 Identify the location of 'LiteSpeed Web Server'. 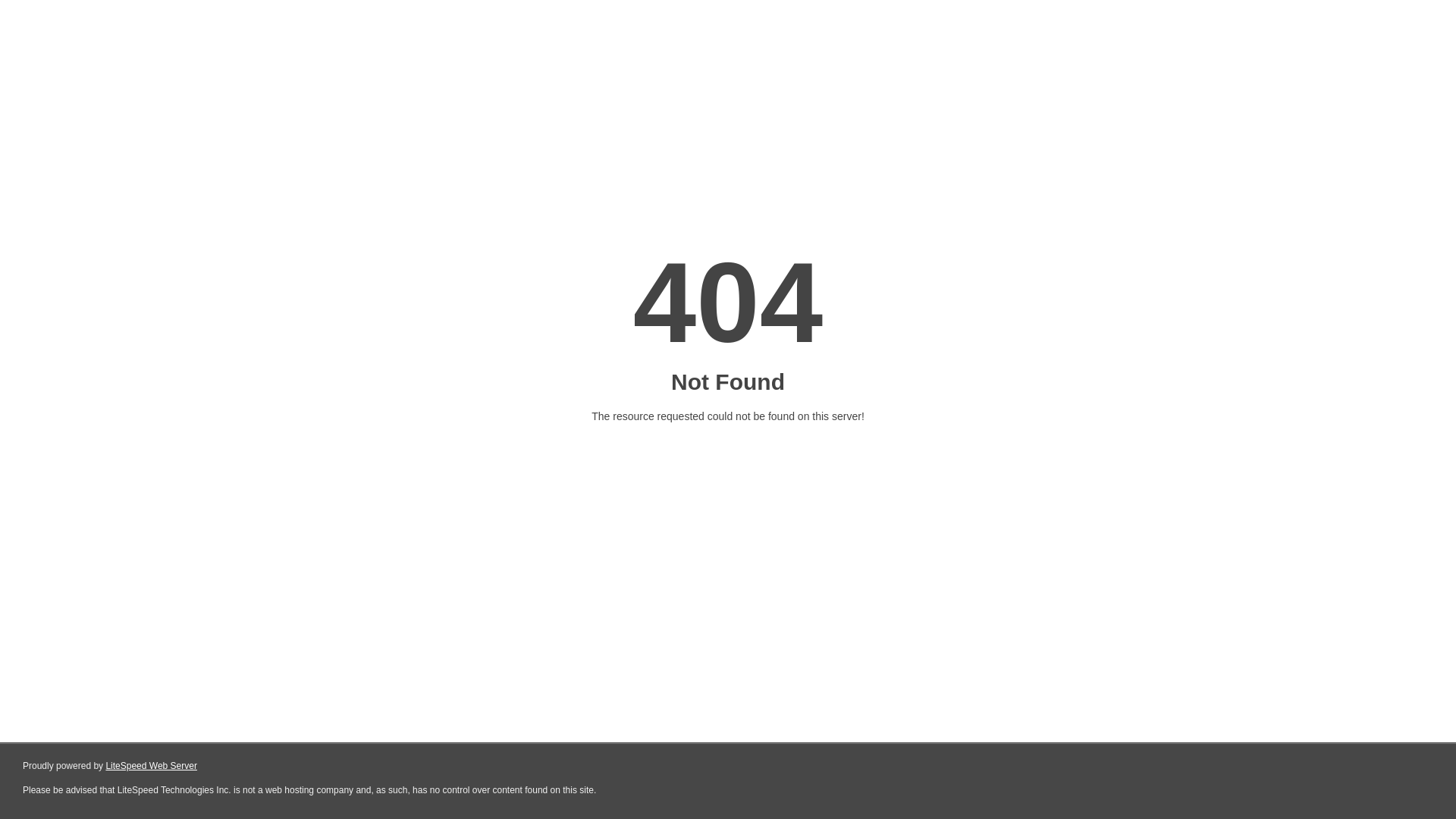
(151, 766).